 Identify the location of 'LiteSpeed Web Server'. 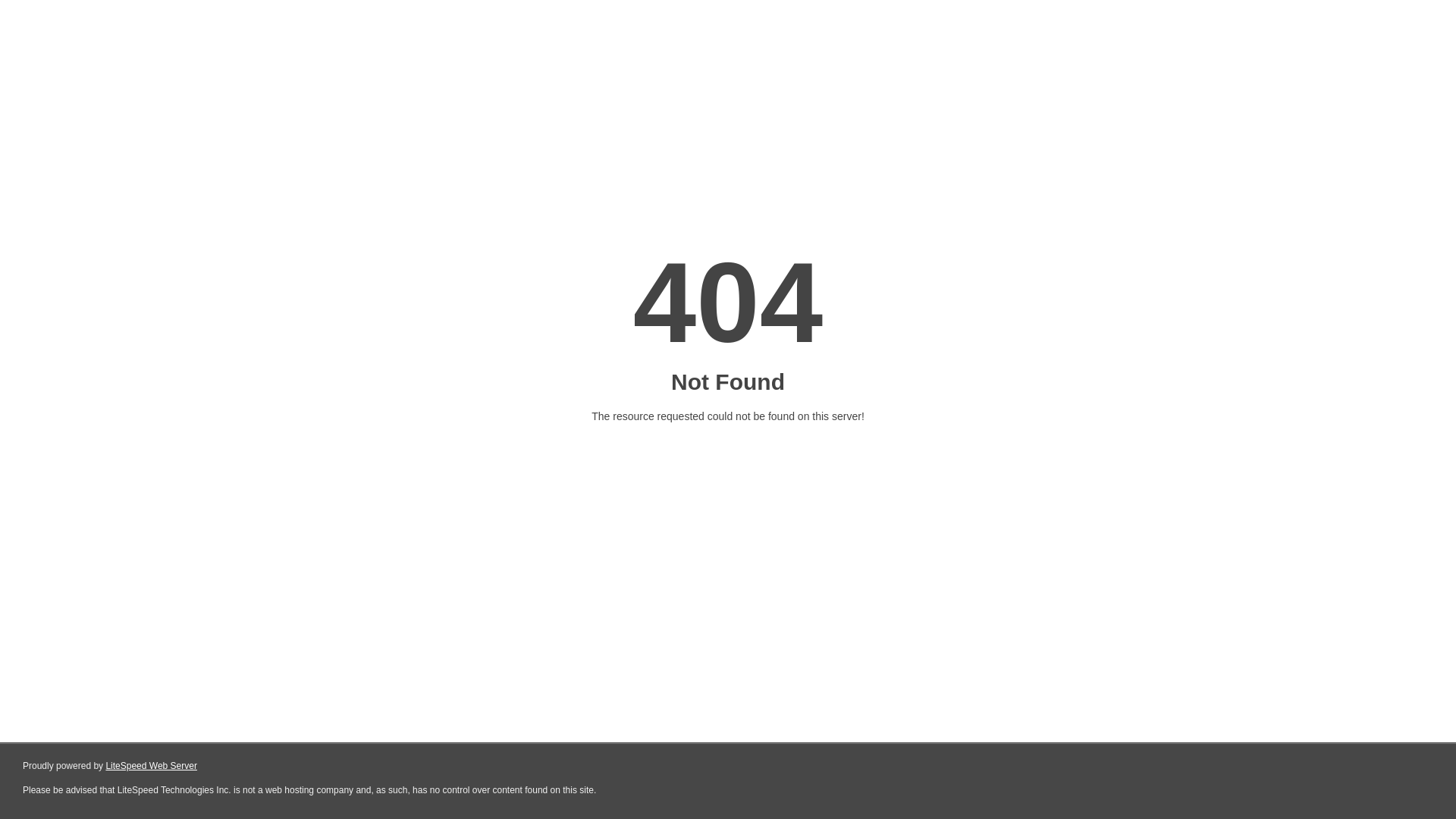
(151, 766).